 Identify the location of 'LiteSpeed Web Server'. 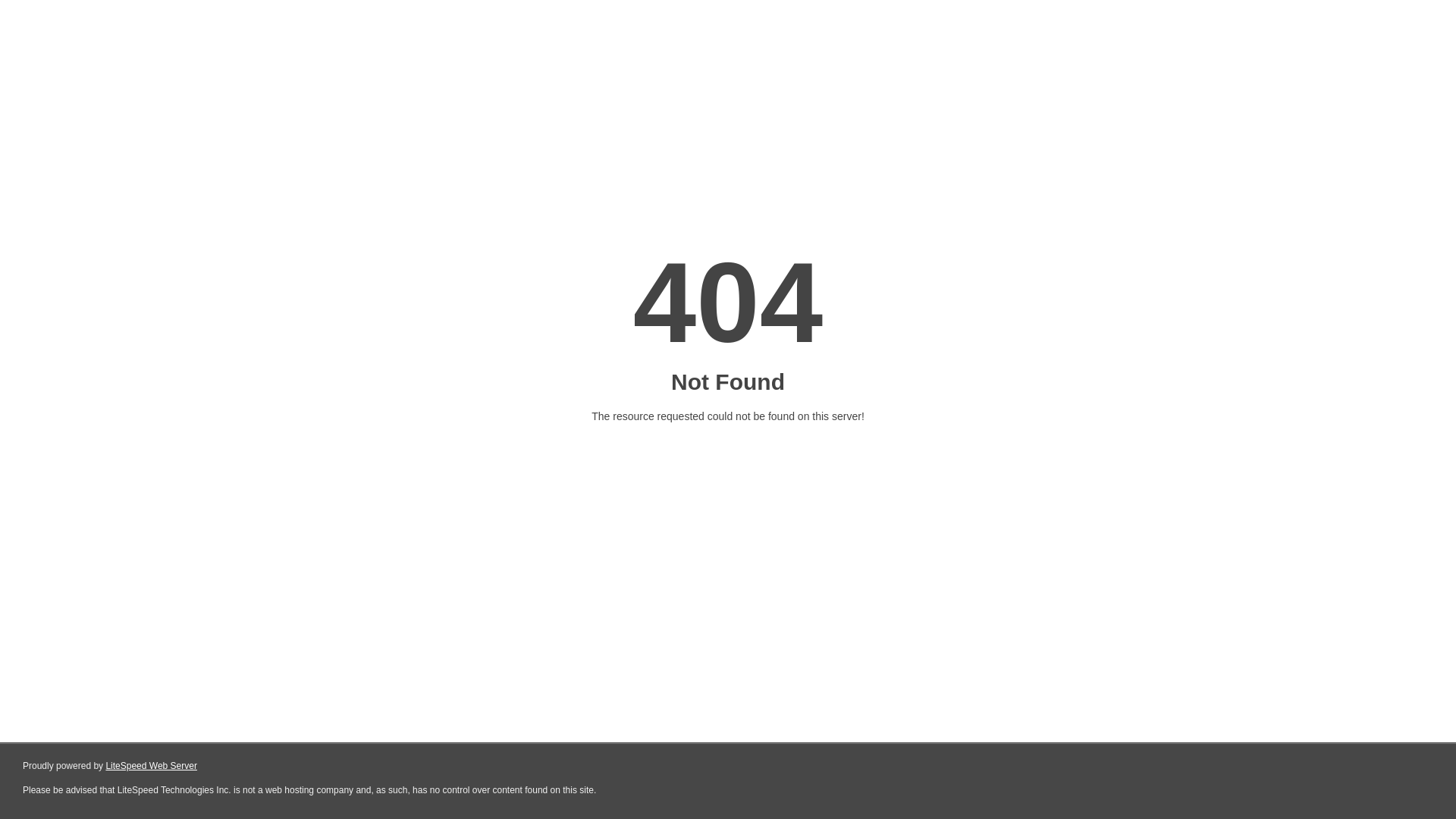
(151, 766).